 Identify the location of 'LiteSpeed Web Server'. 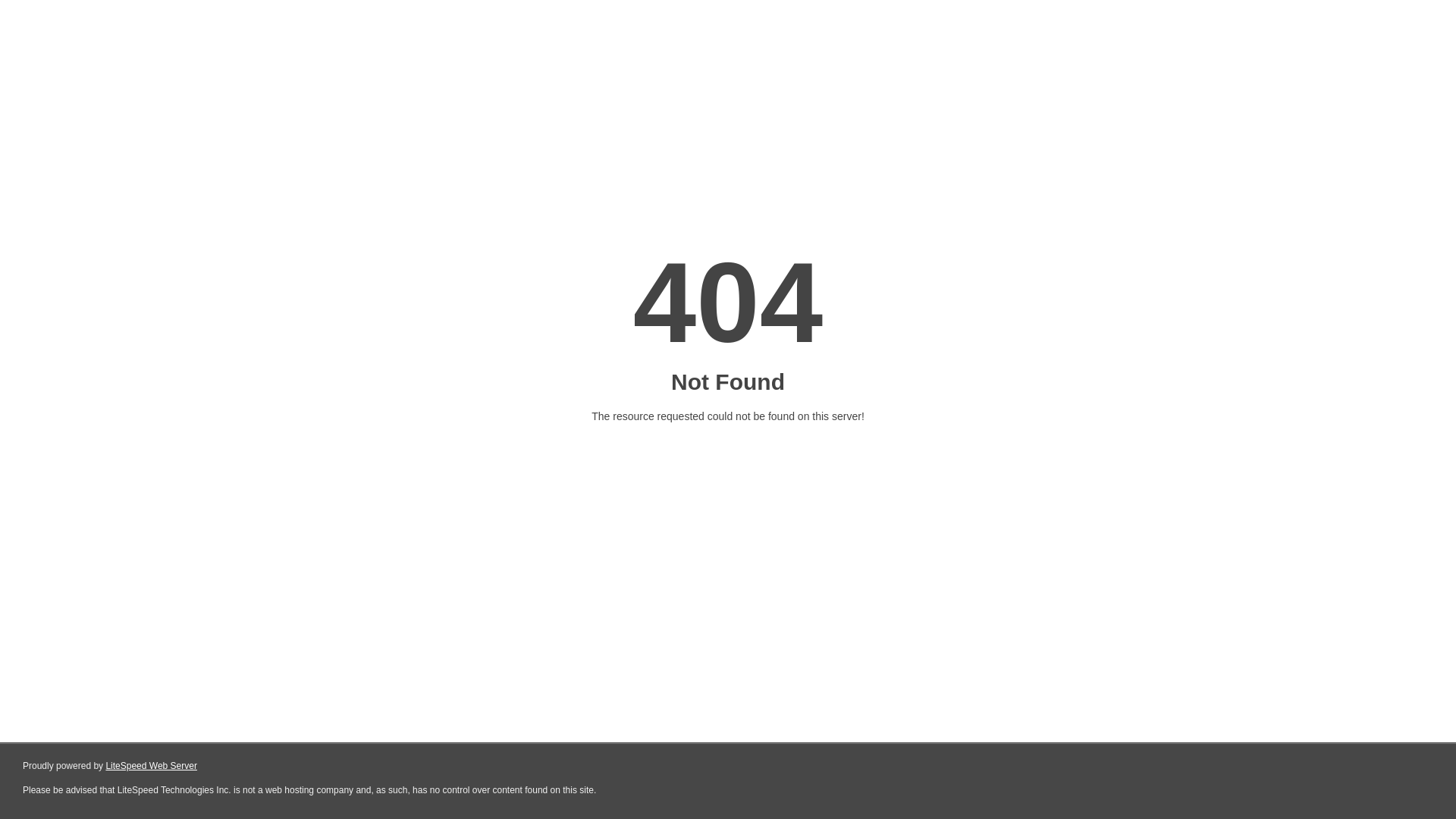
(151, 766).